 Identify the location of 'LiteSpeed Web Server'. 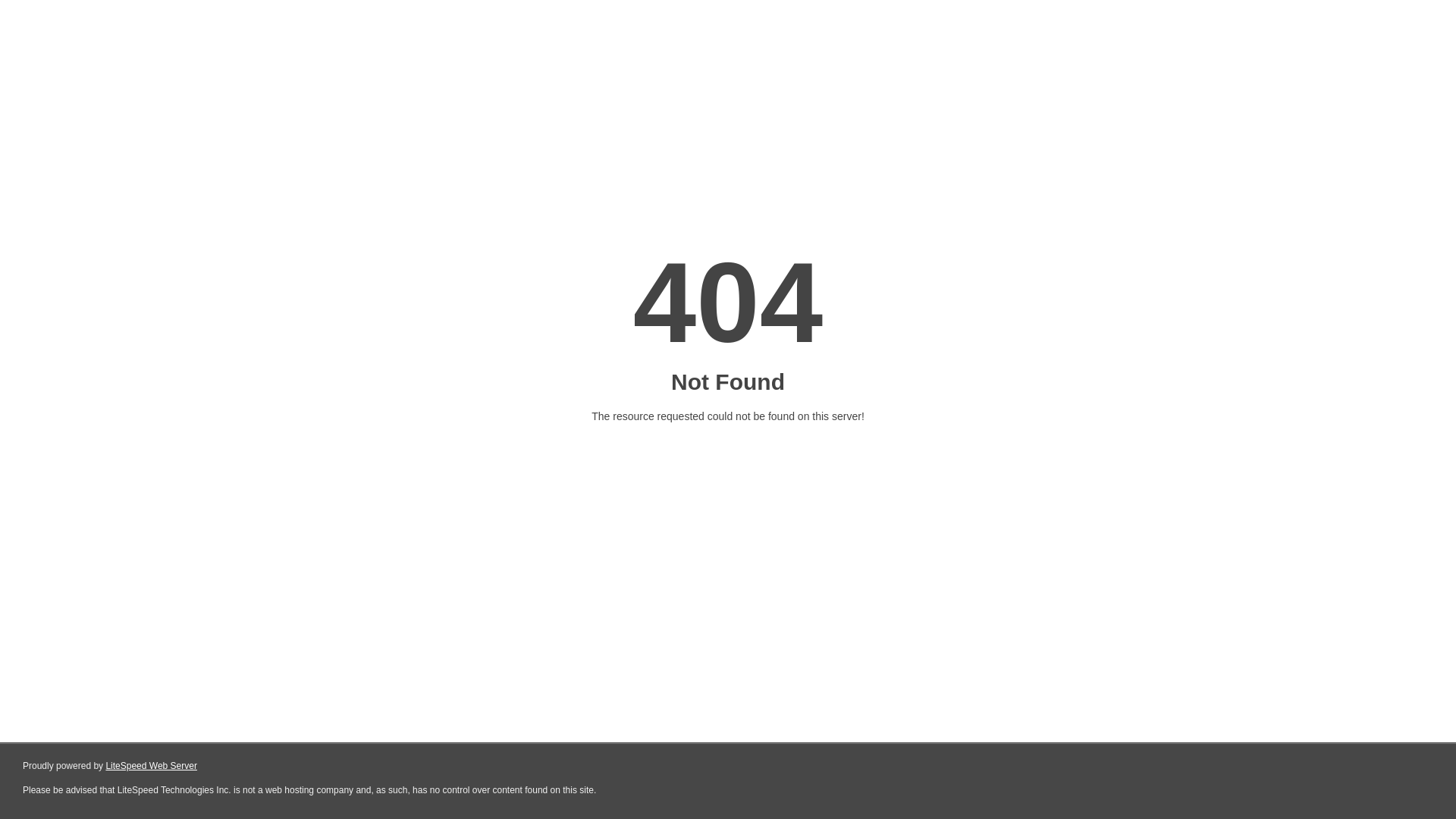
(151, 766).